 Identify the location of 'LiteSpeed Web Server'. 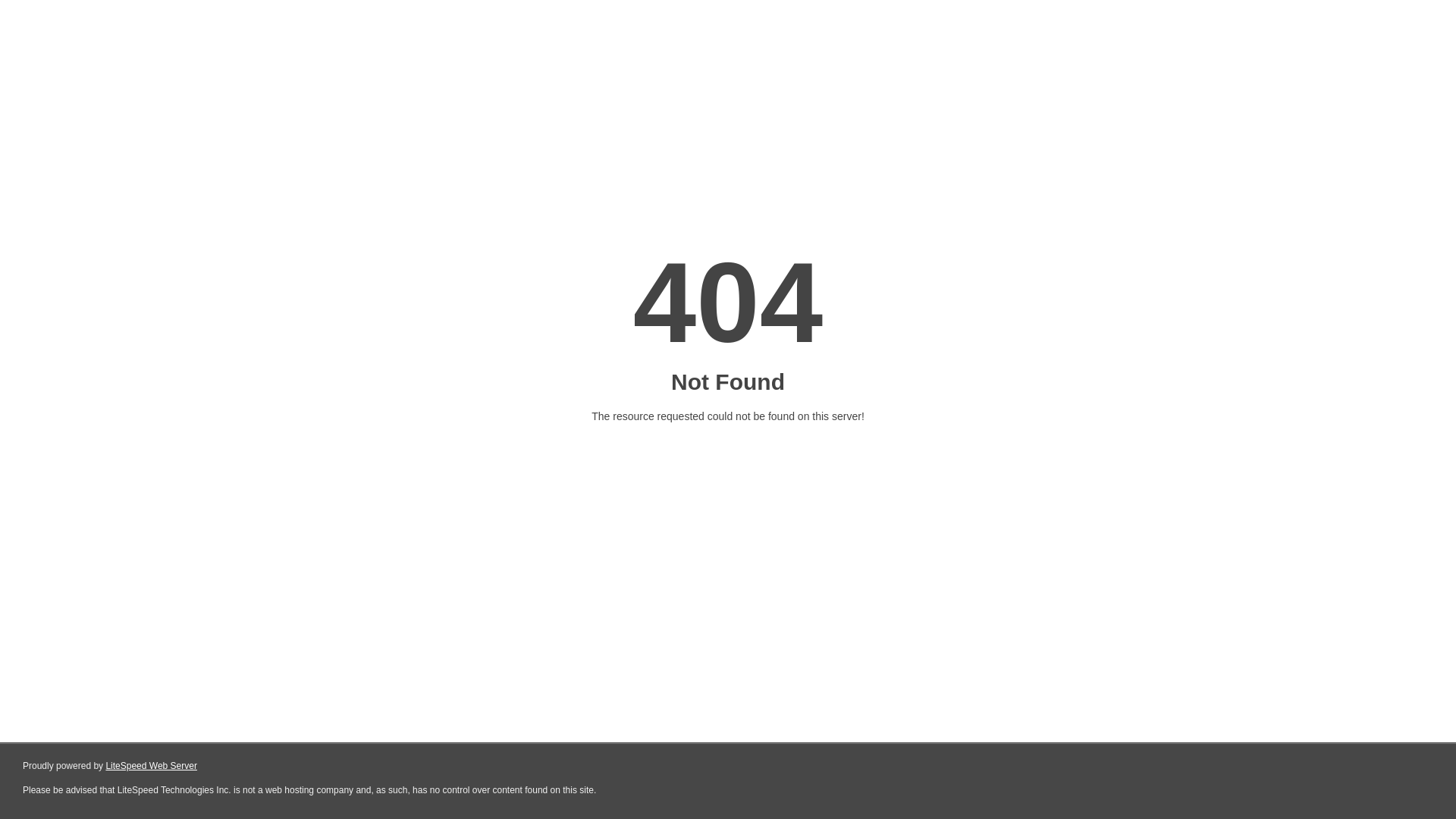
(151, 766).